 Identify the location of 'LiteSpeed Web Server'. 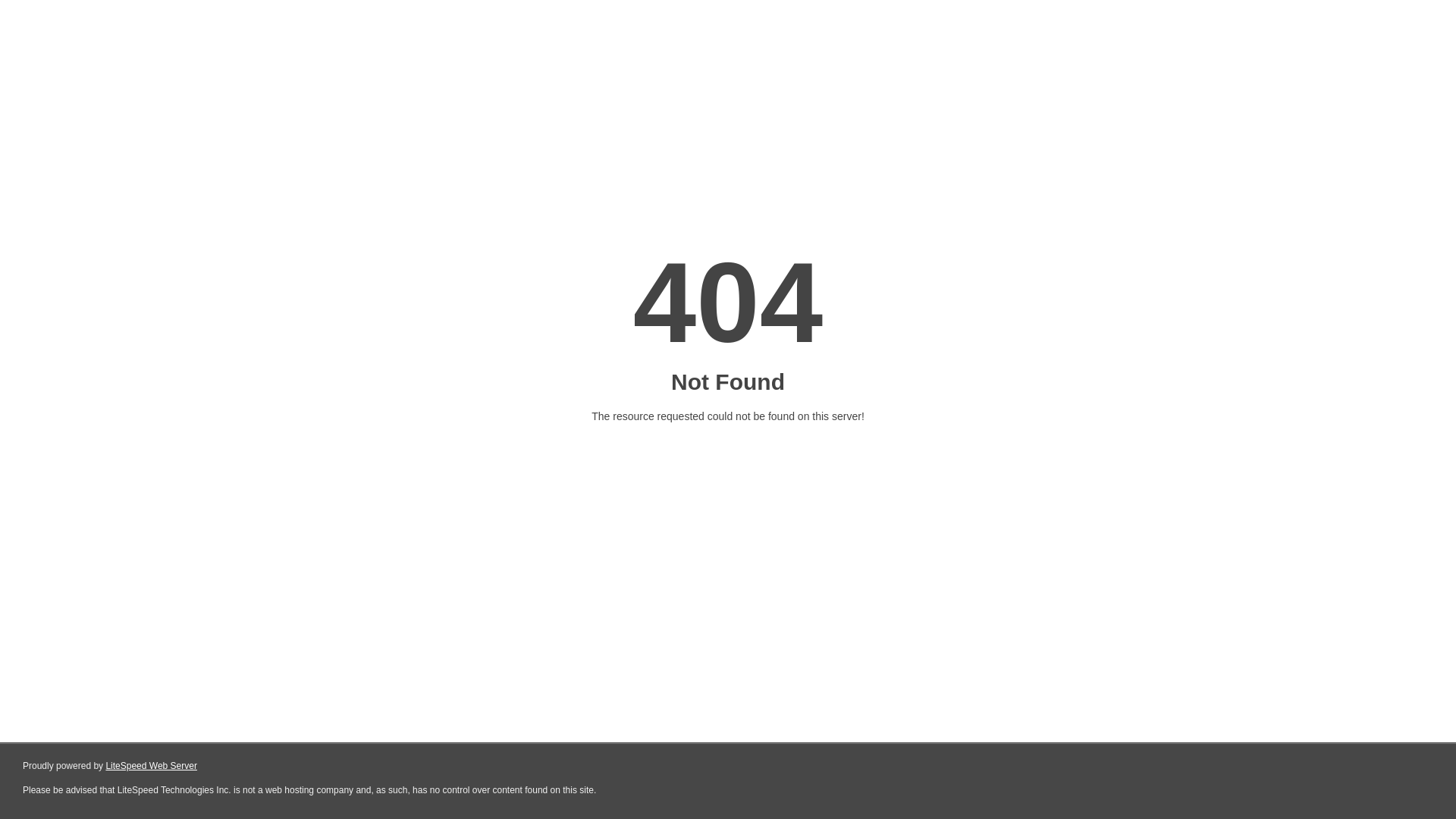
(151, 766).